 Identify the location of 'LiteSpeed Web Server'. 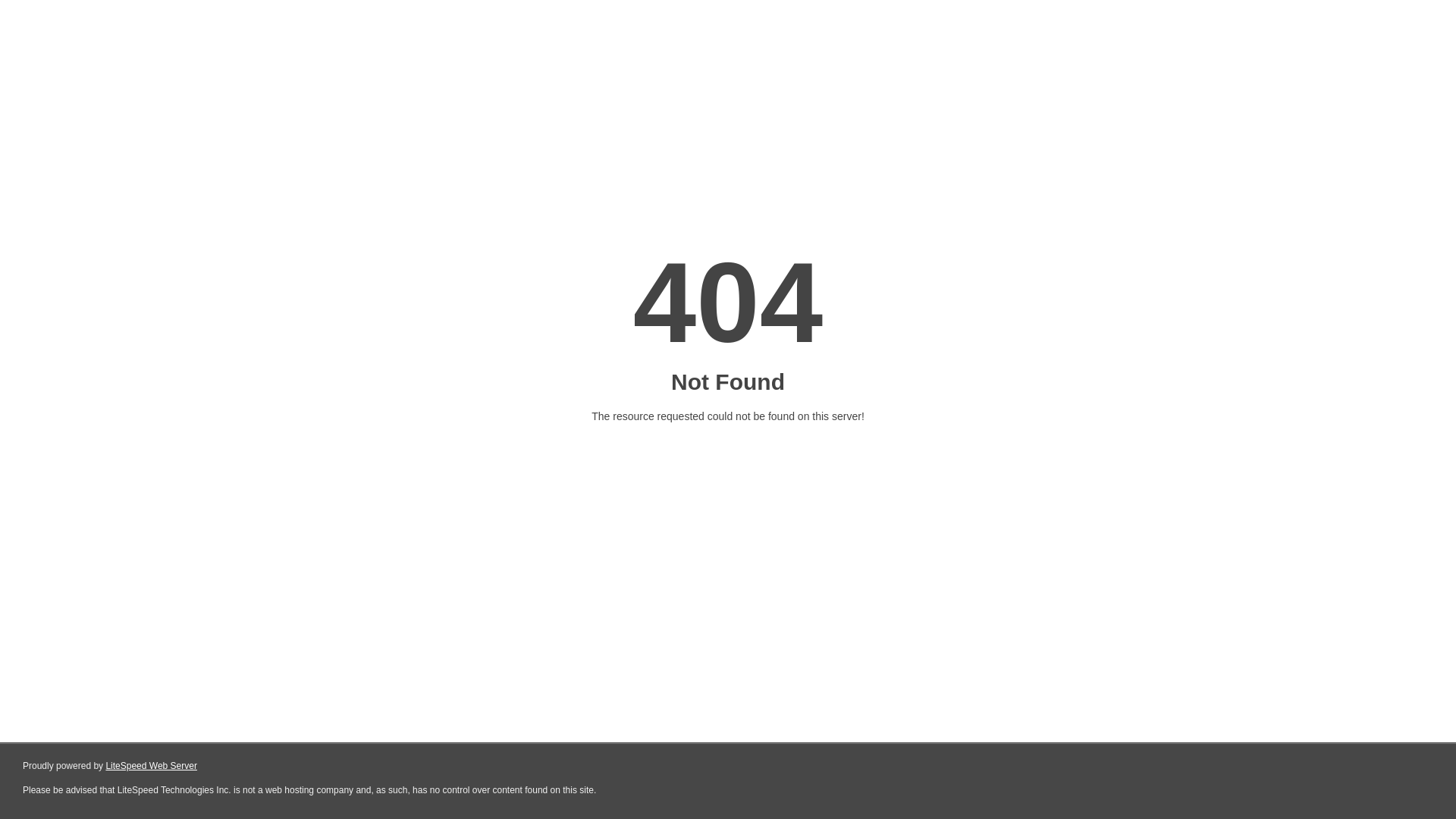
(151, 766).